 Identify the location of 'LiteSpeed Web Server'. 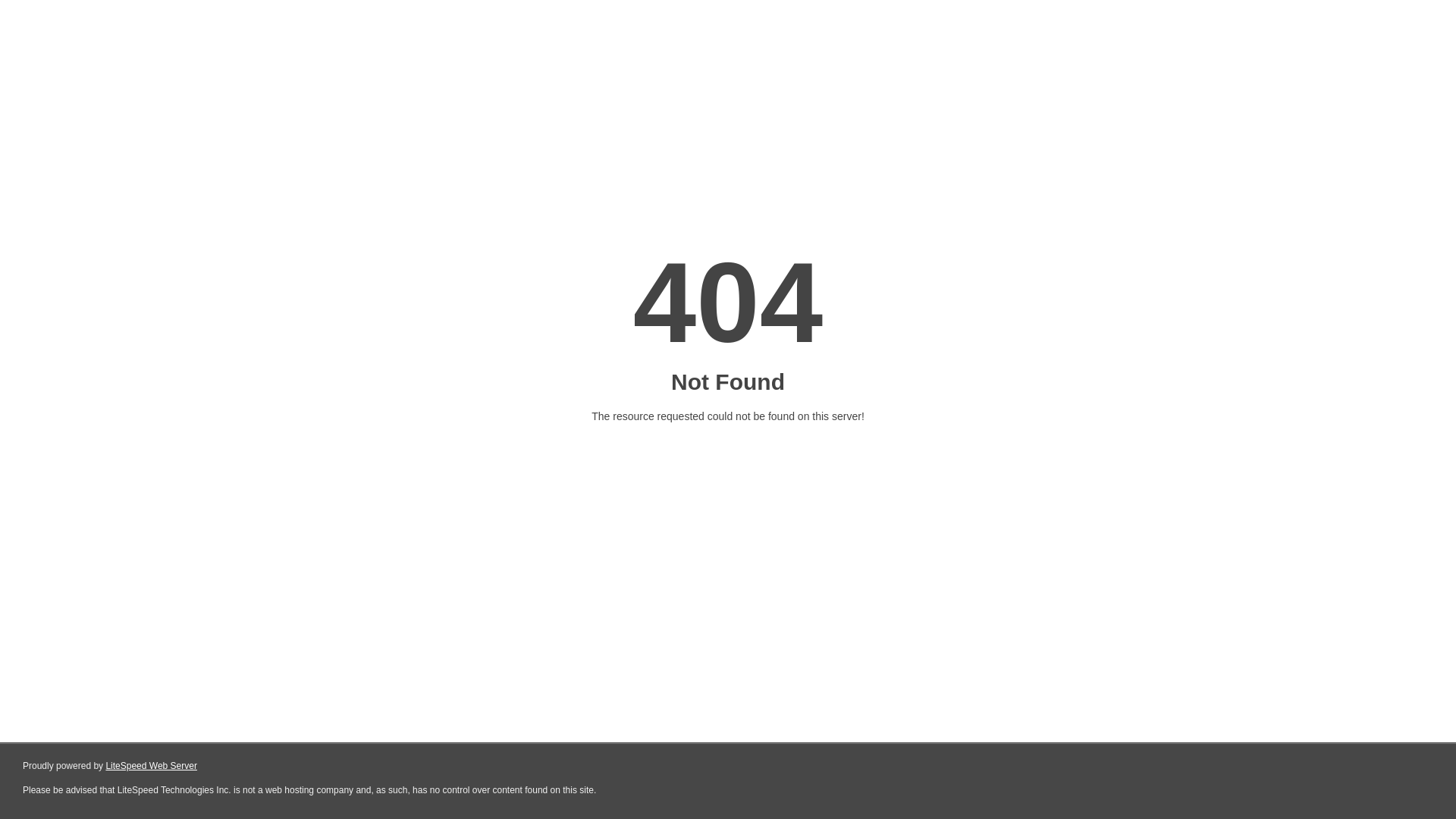
(151, 766).